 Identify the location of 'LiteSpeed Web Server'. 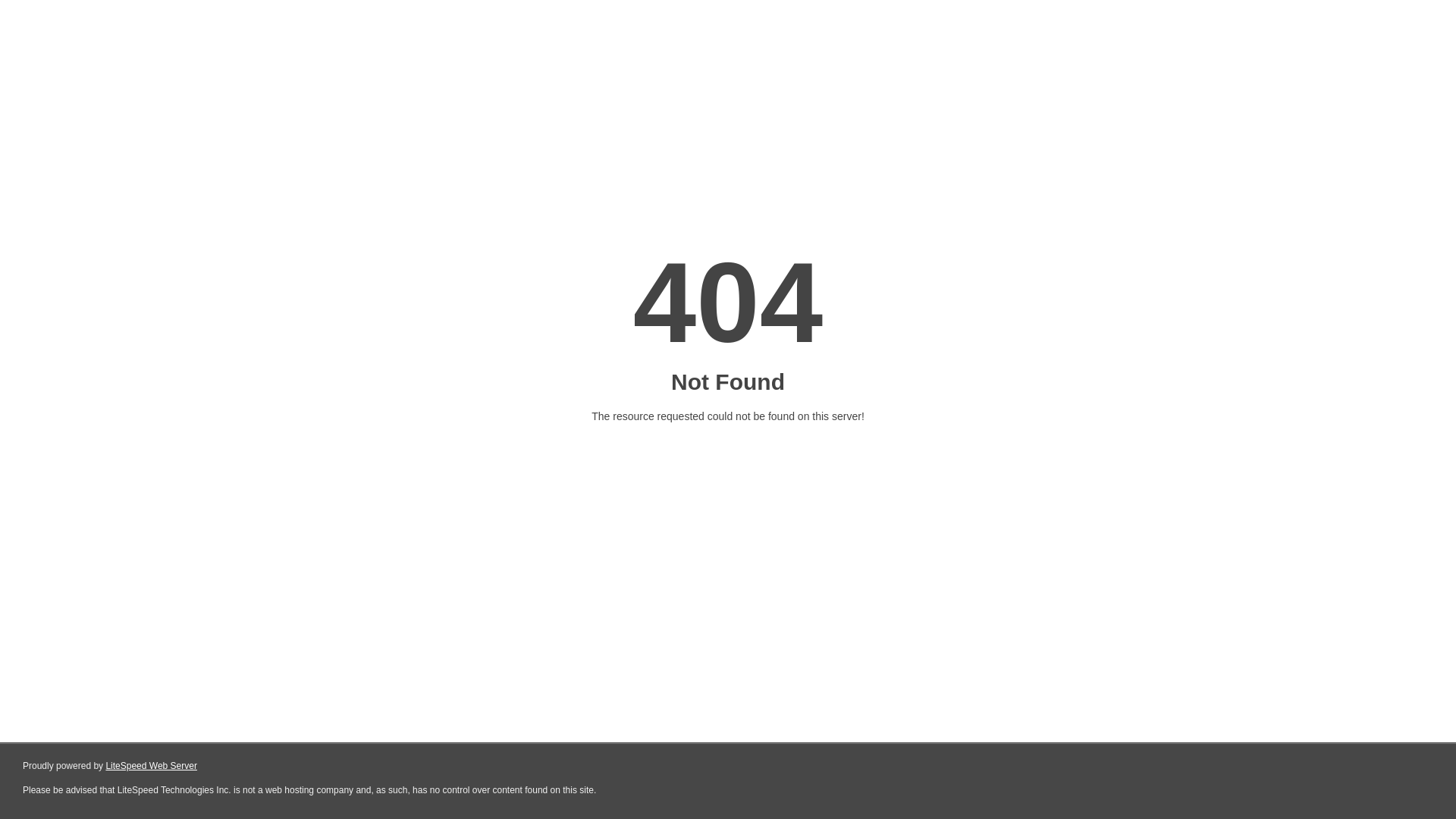
(151, 766).